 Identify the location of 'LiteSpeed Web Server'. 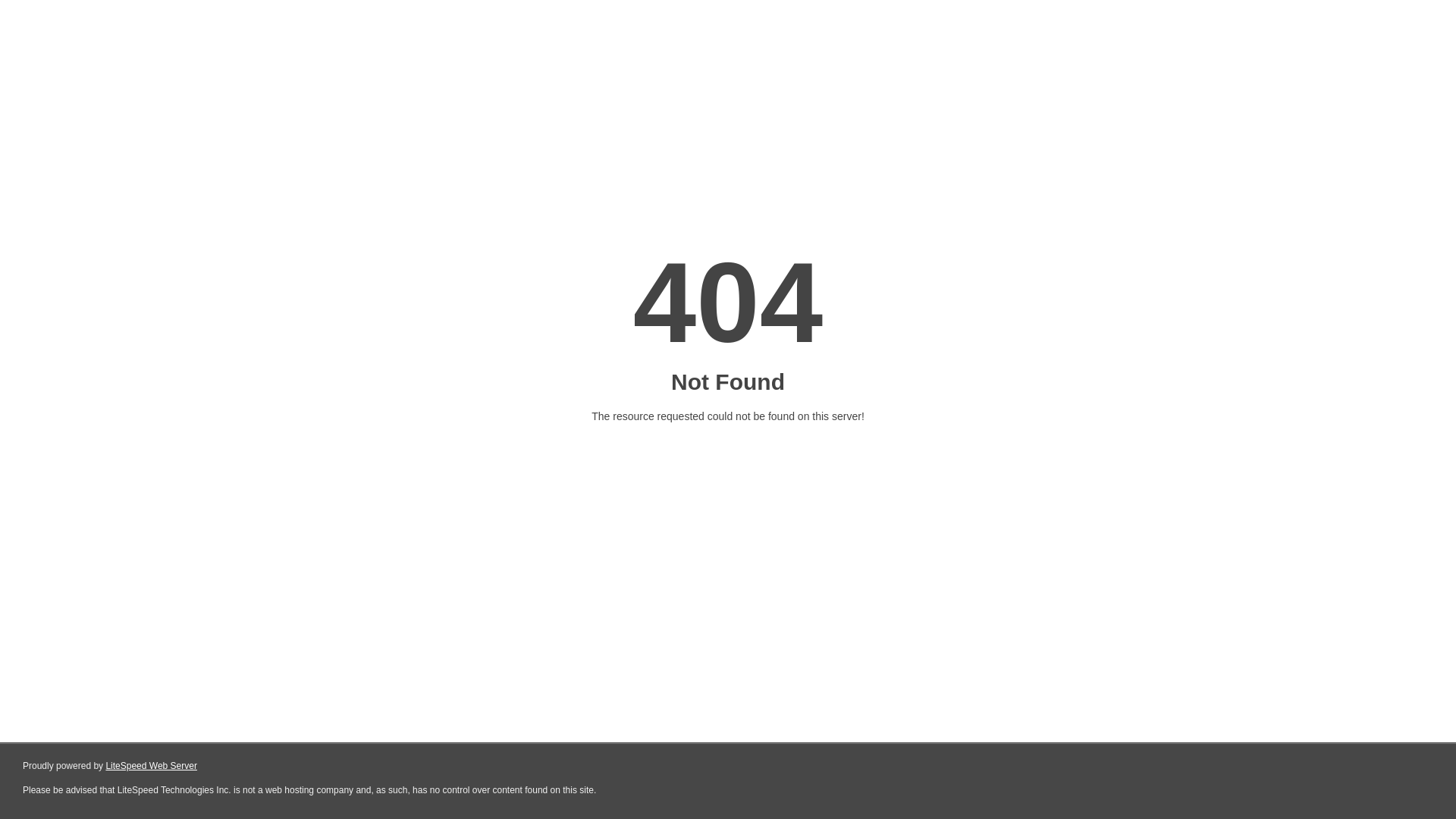
(151, 766).